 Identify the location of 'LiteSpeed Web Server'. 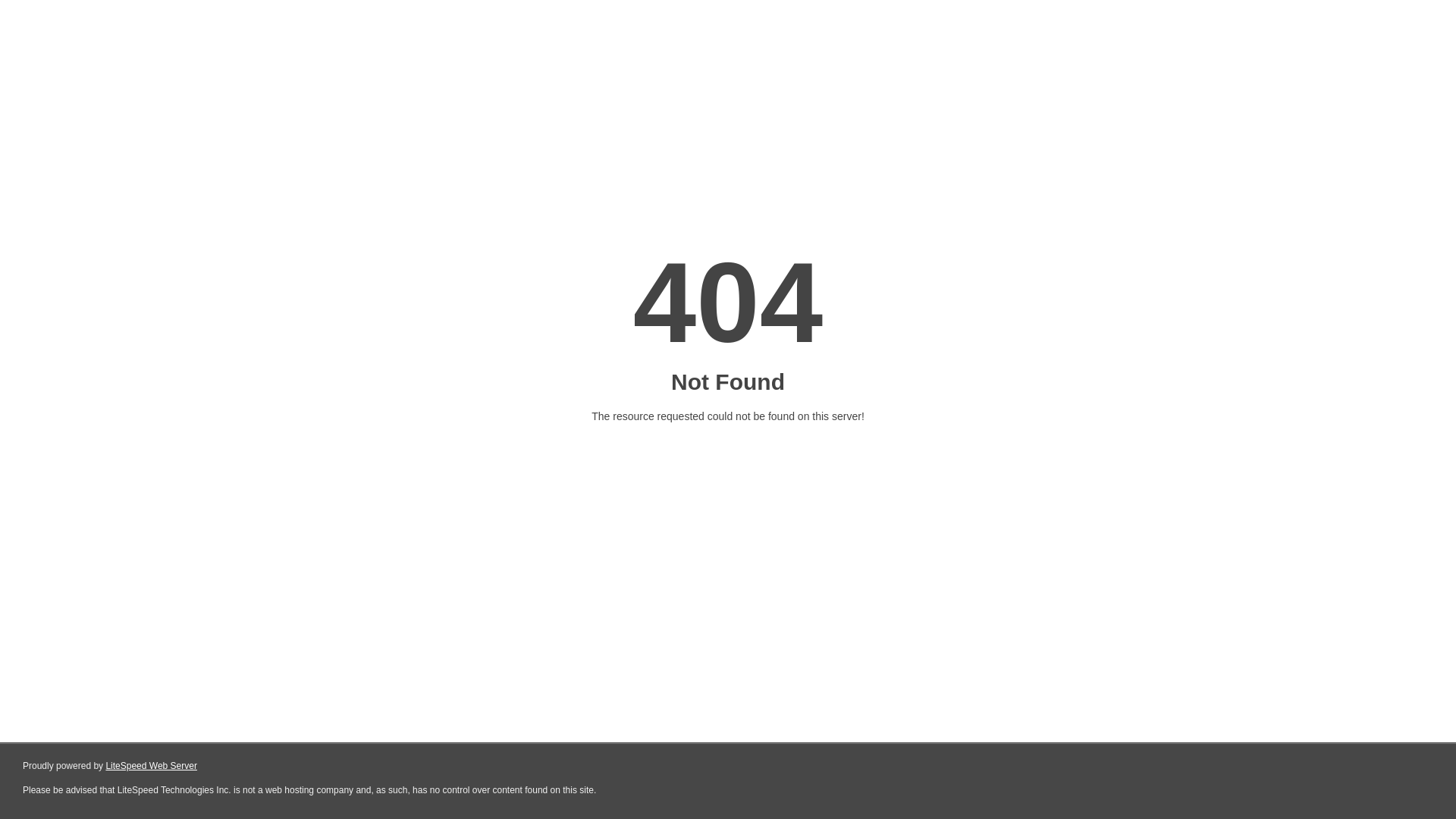
(151, 766).